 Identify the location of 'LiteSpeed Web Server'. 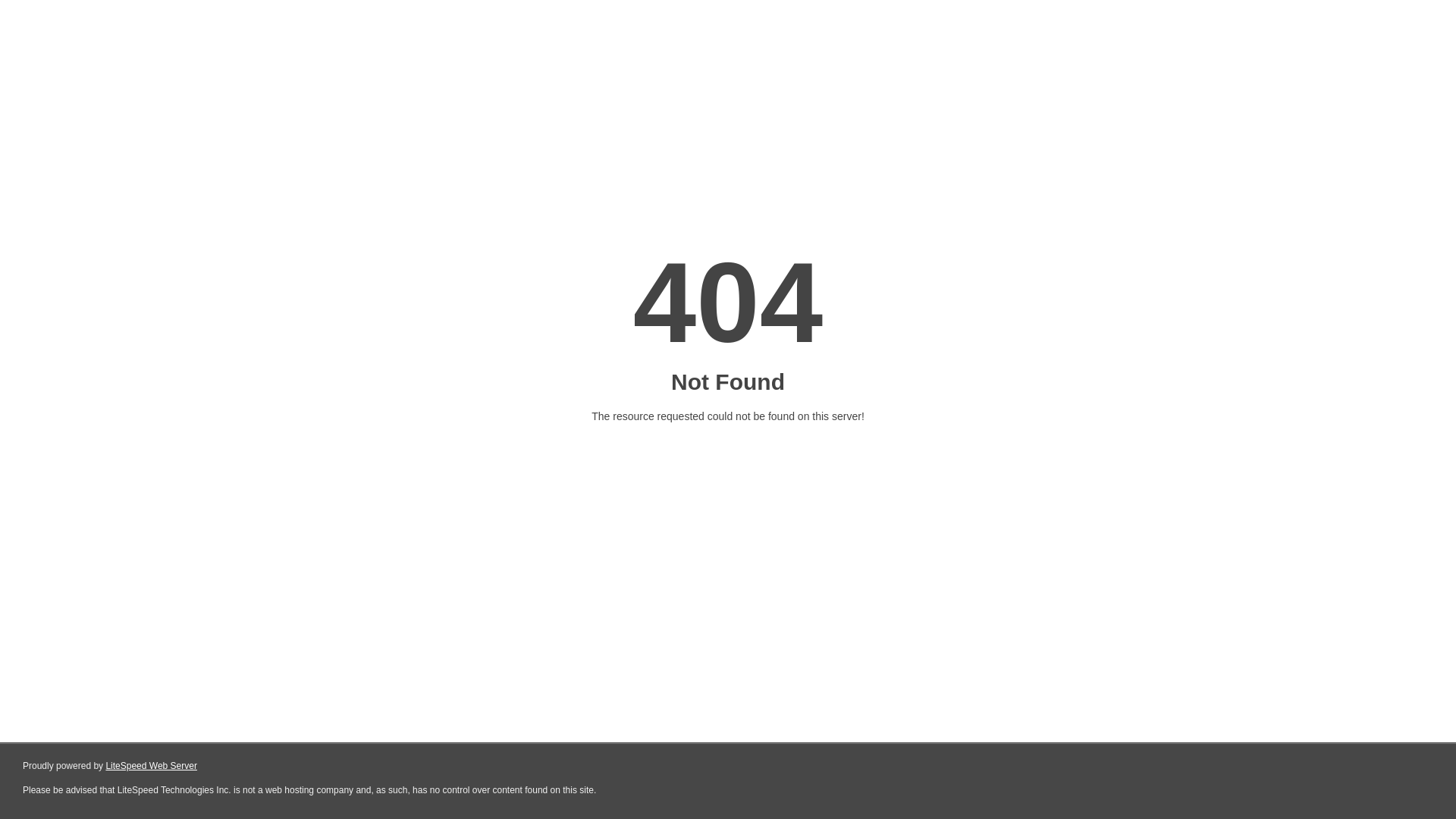
(151, 766).